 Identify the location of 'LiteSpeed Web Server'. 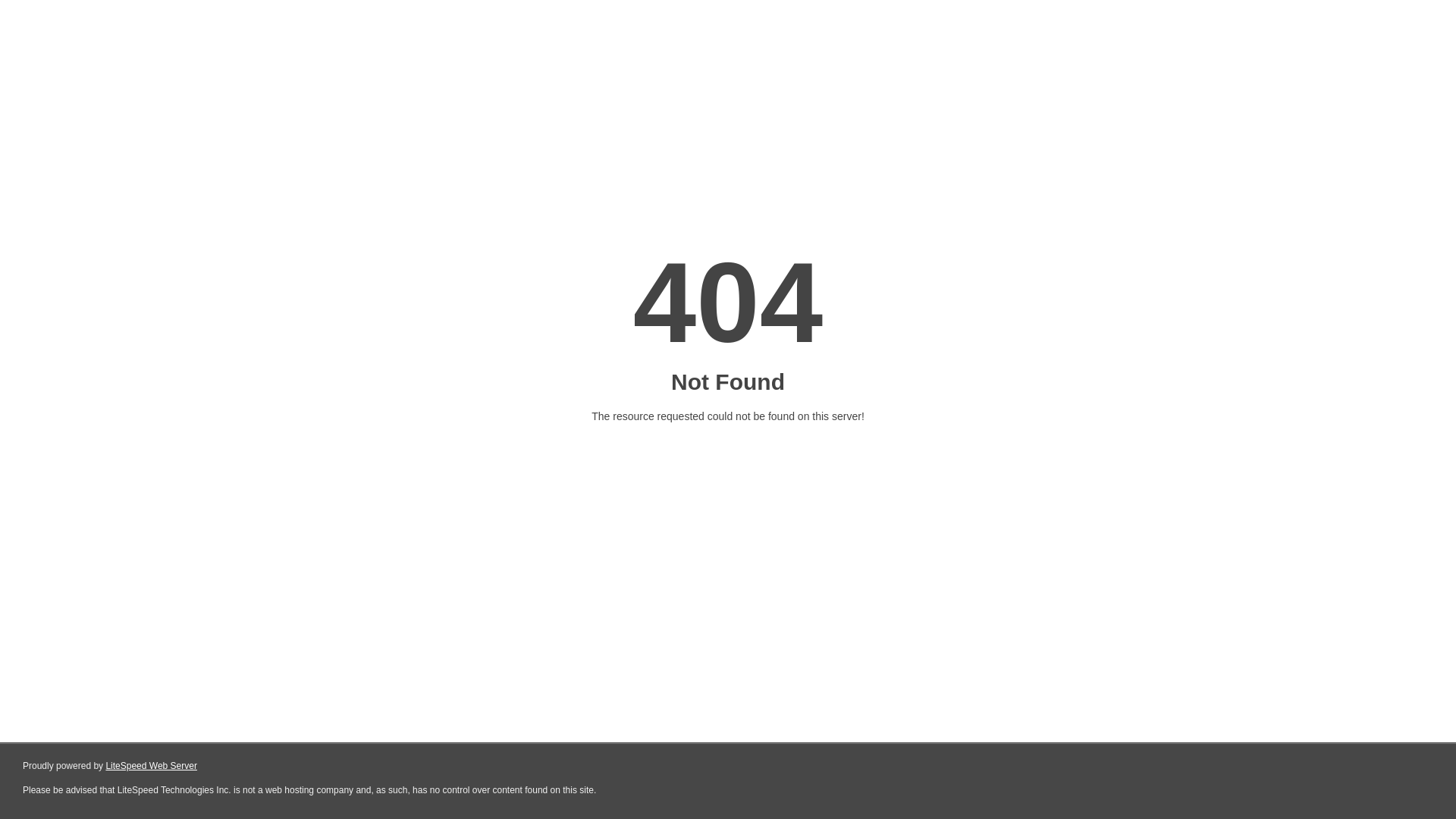
(151, 766).